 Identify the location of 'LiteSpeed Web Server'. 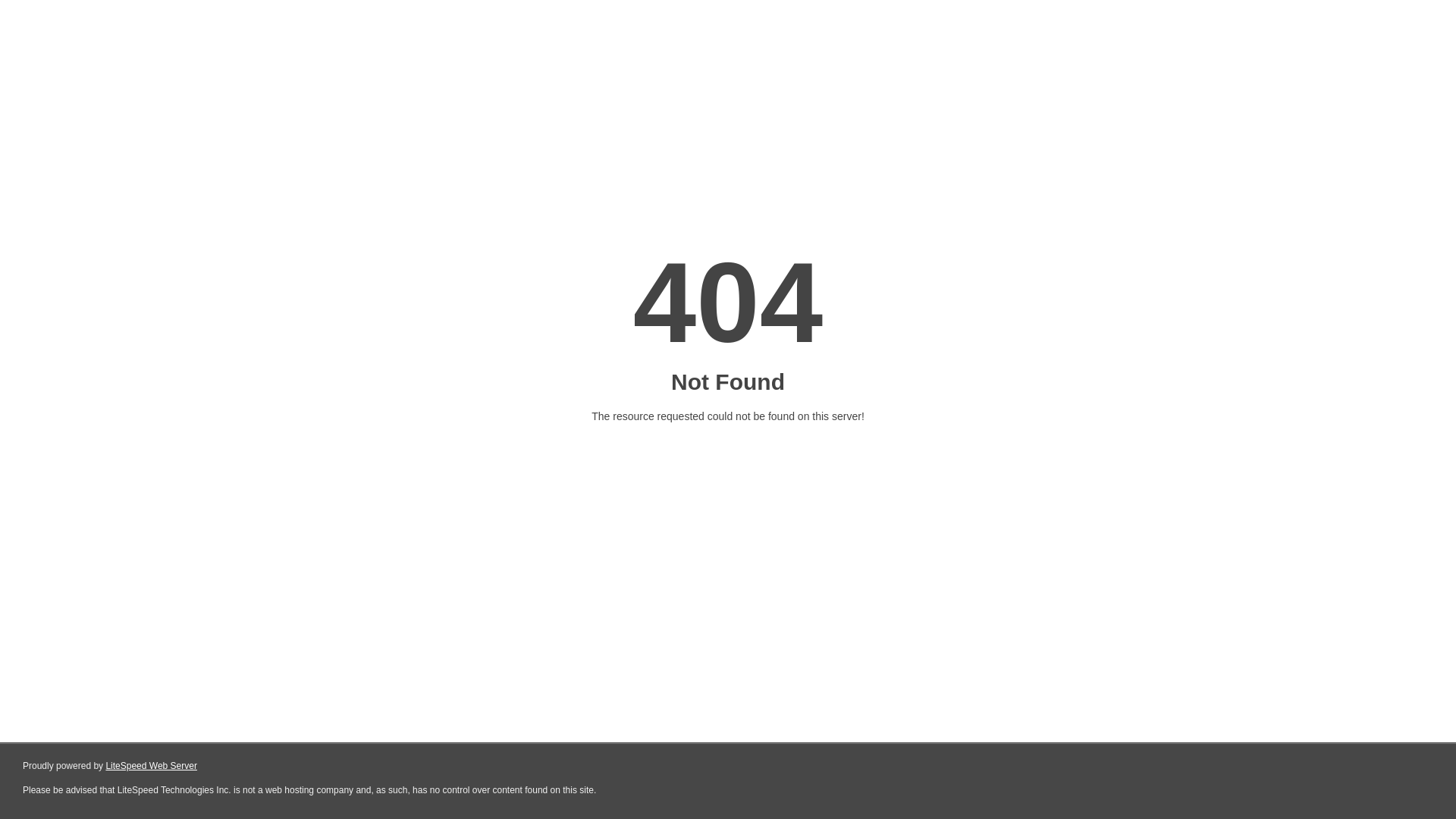
(151, 766).